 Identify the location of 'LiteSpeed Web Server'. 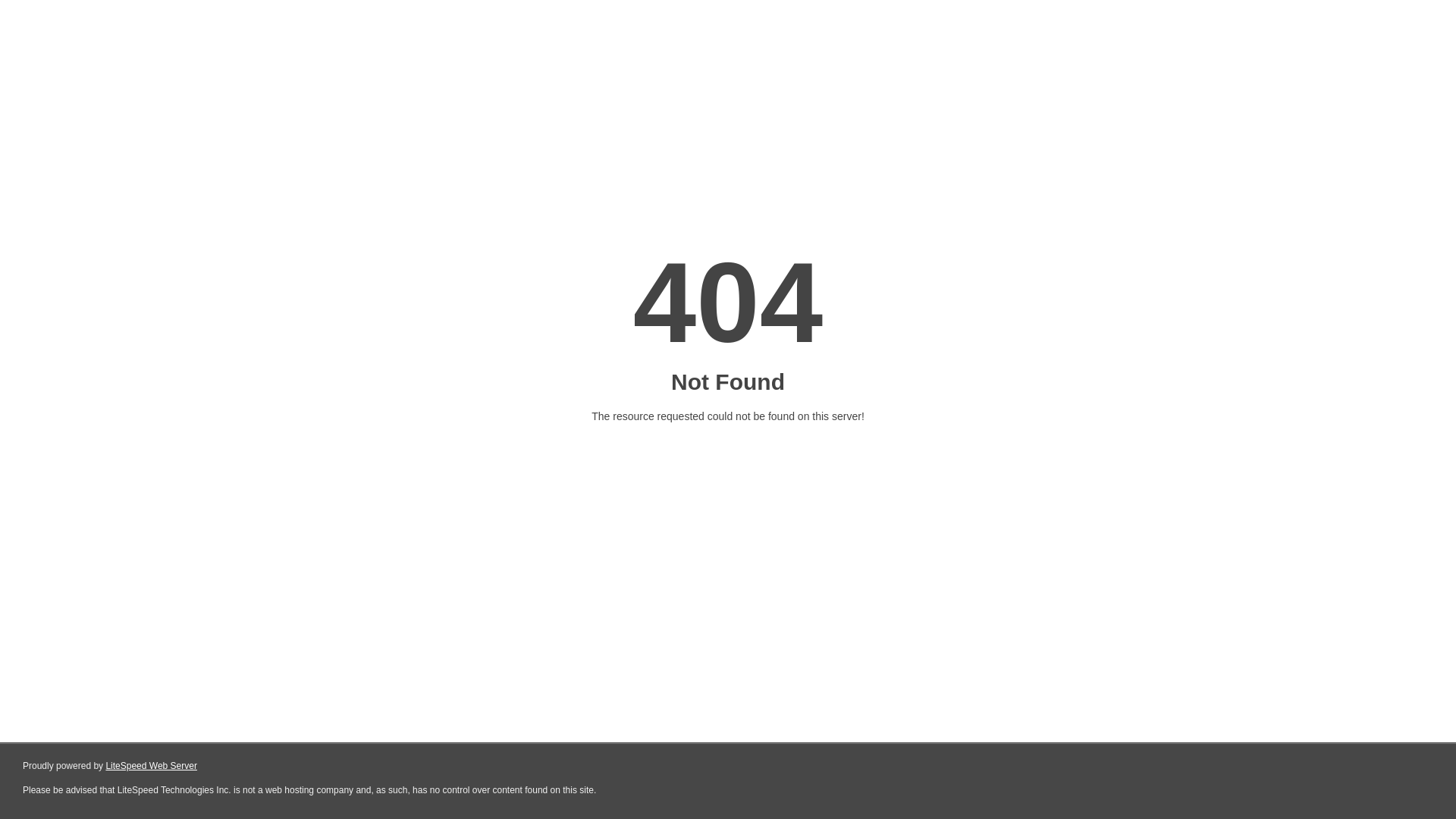
(151, 766).